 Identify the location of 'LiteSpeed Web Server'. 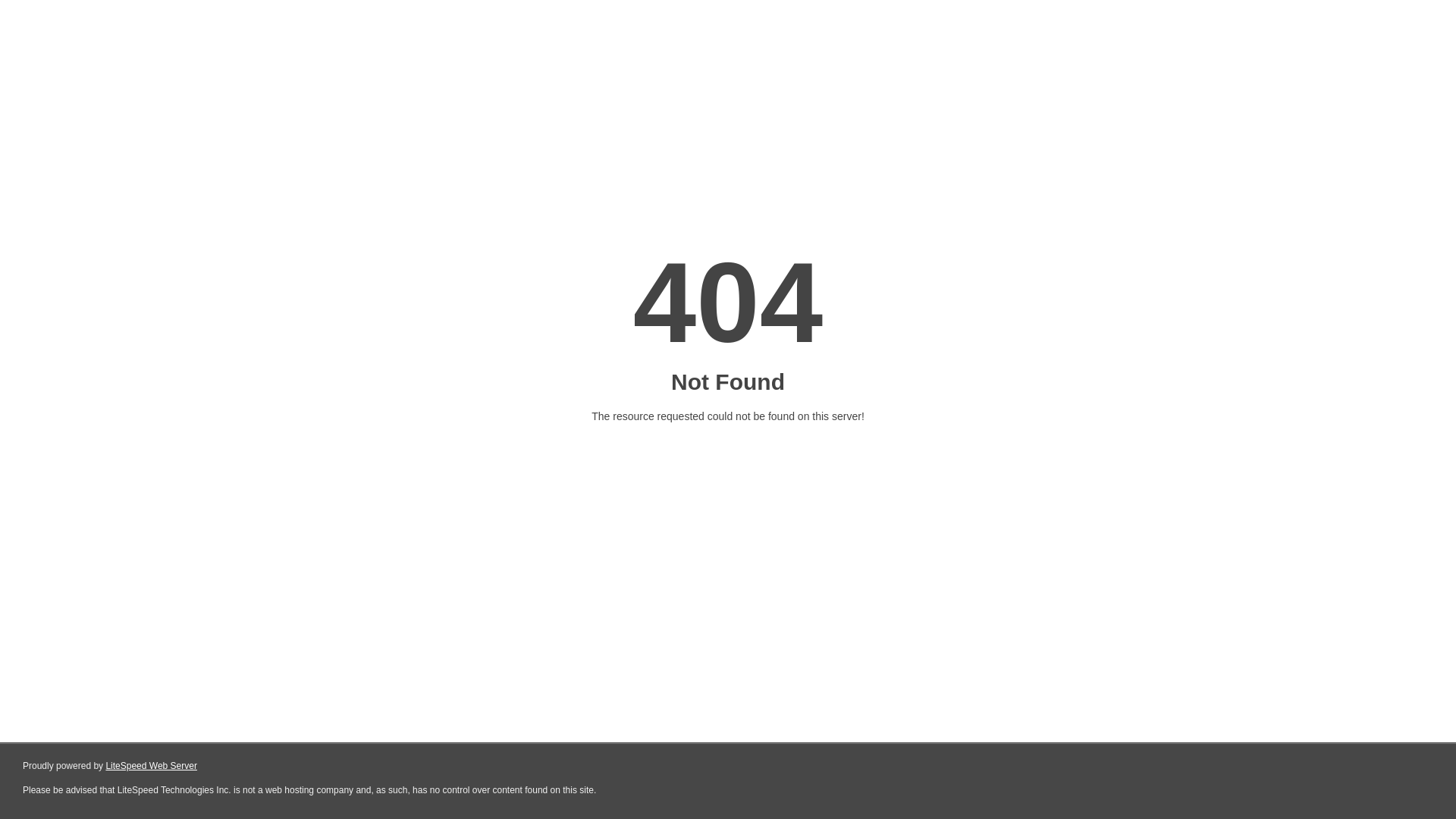
(151, 766).